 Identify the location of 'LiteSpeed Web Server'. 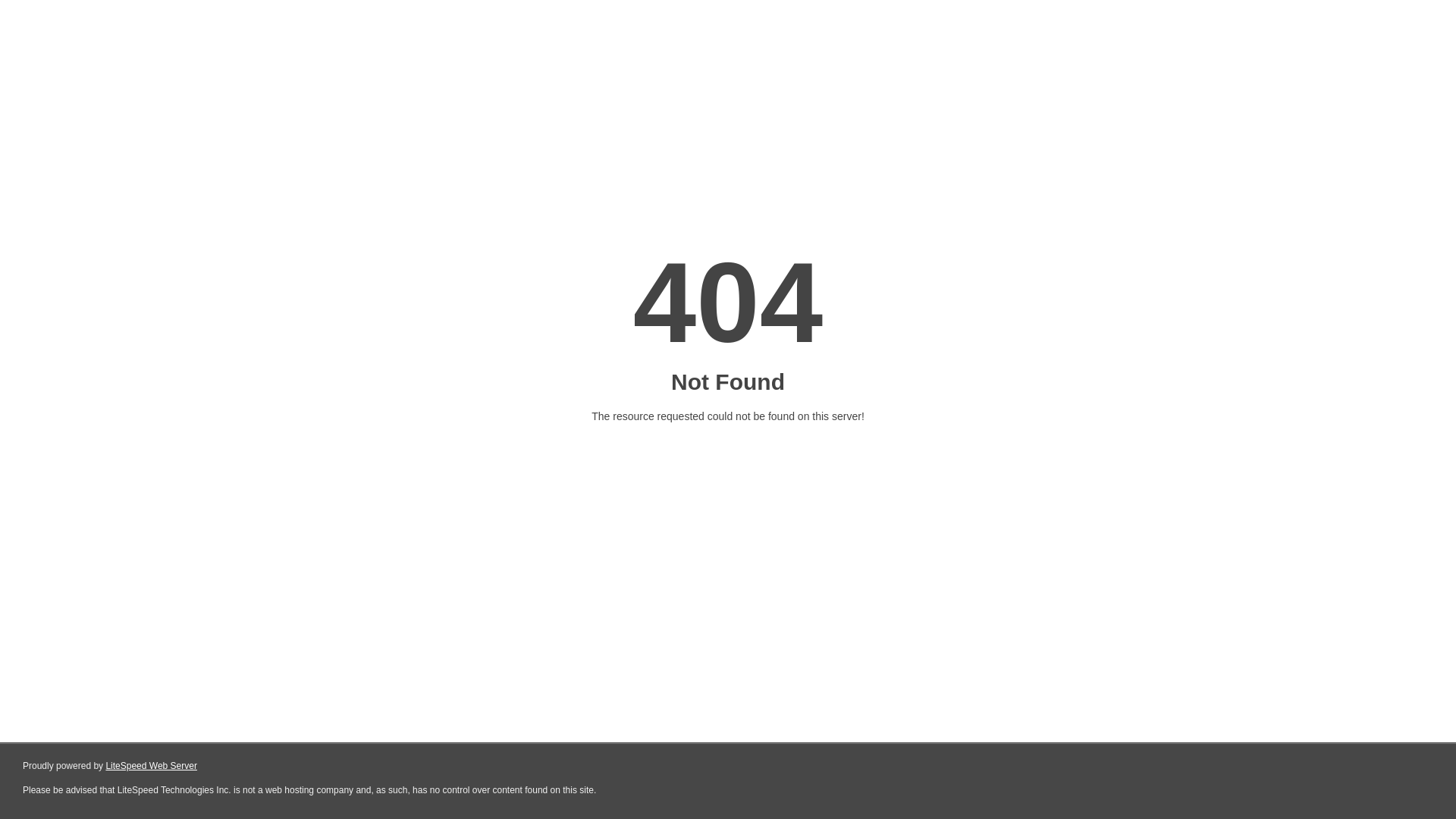
(151, 766).